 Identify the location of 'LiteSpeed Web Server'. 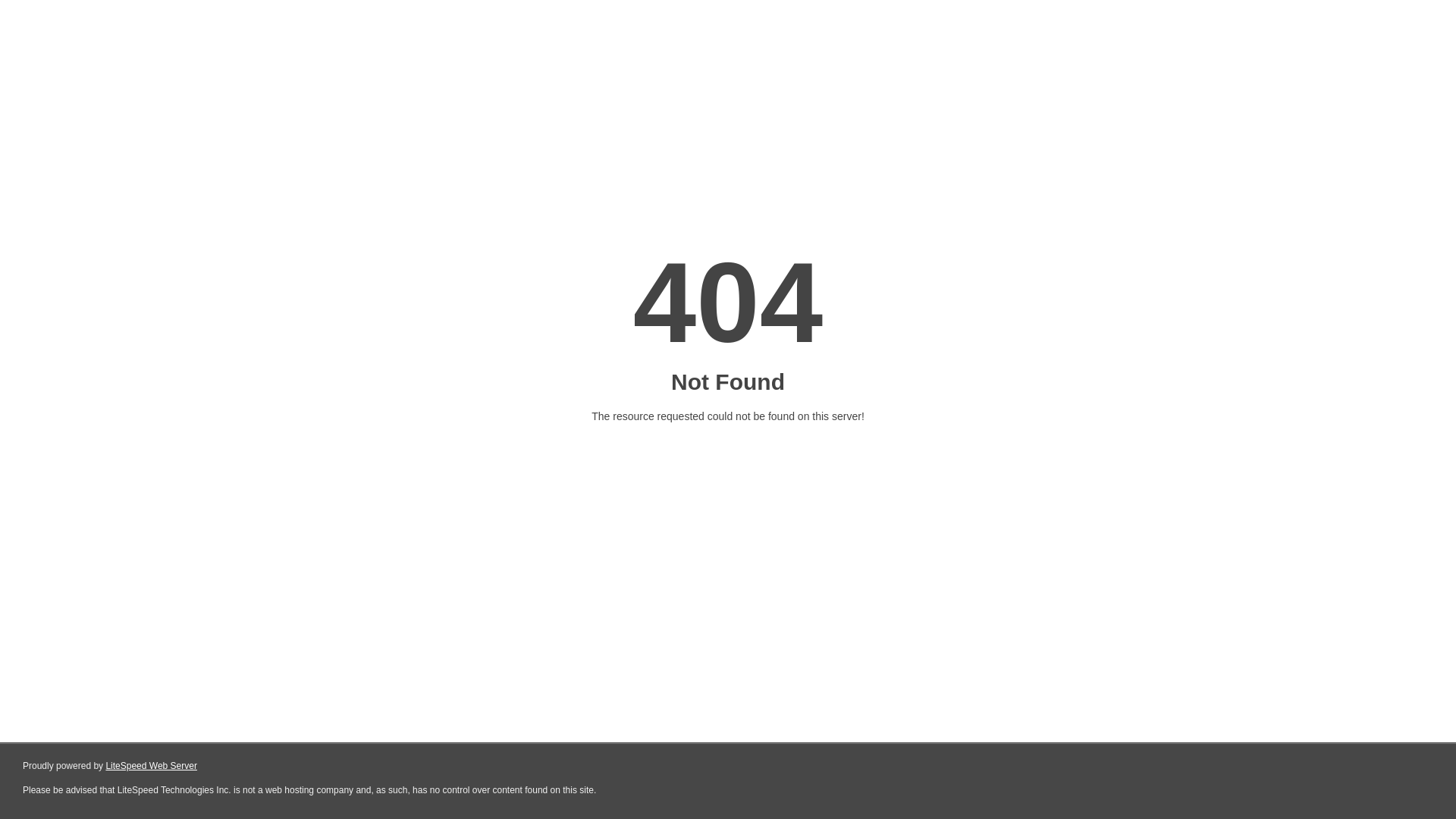
(151, 766).